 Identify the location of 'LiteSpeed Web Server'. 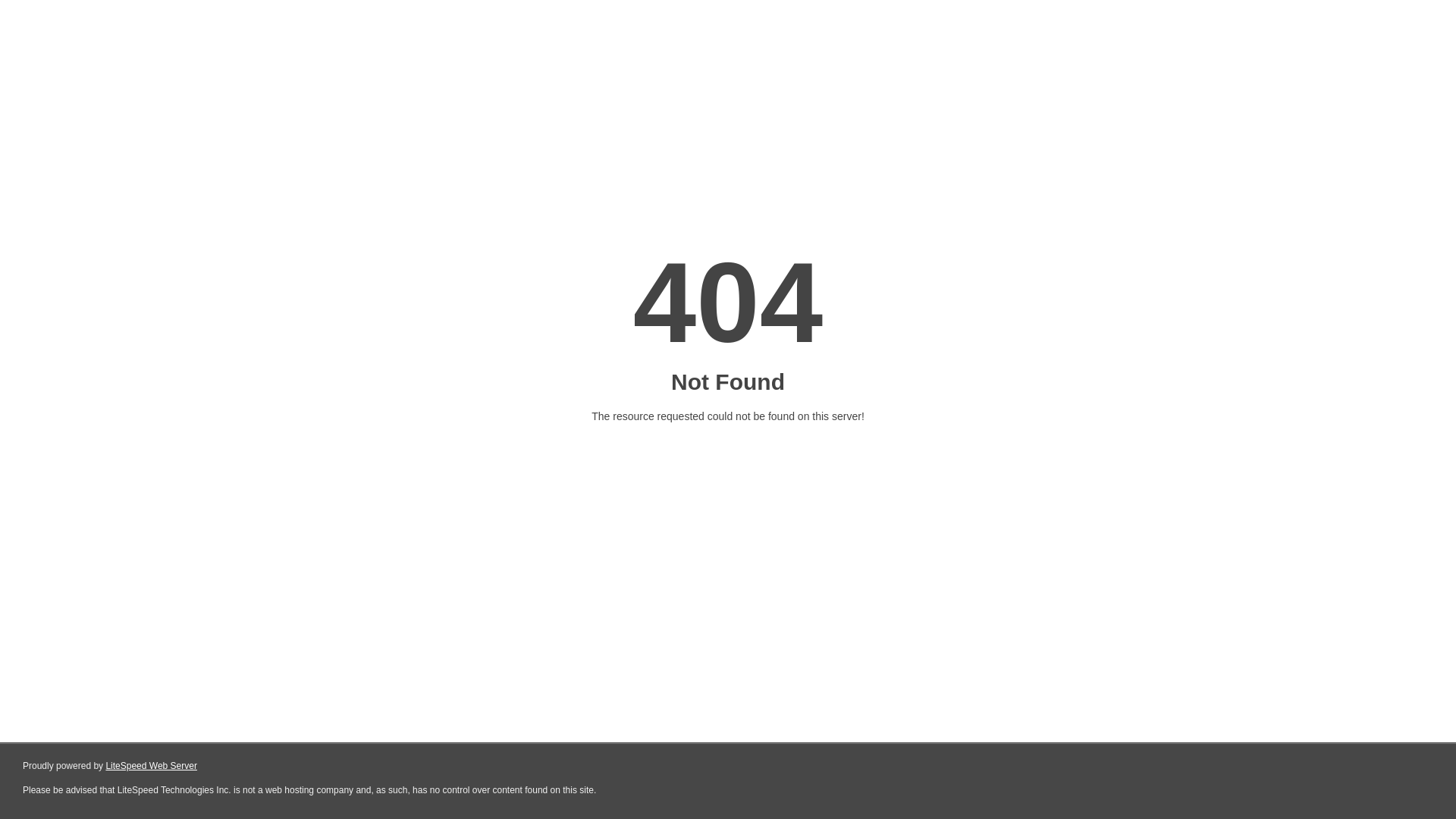
(151, 766).